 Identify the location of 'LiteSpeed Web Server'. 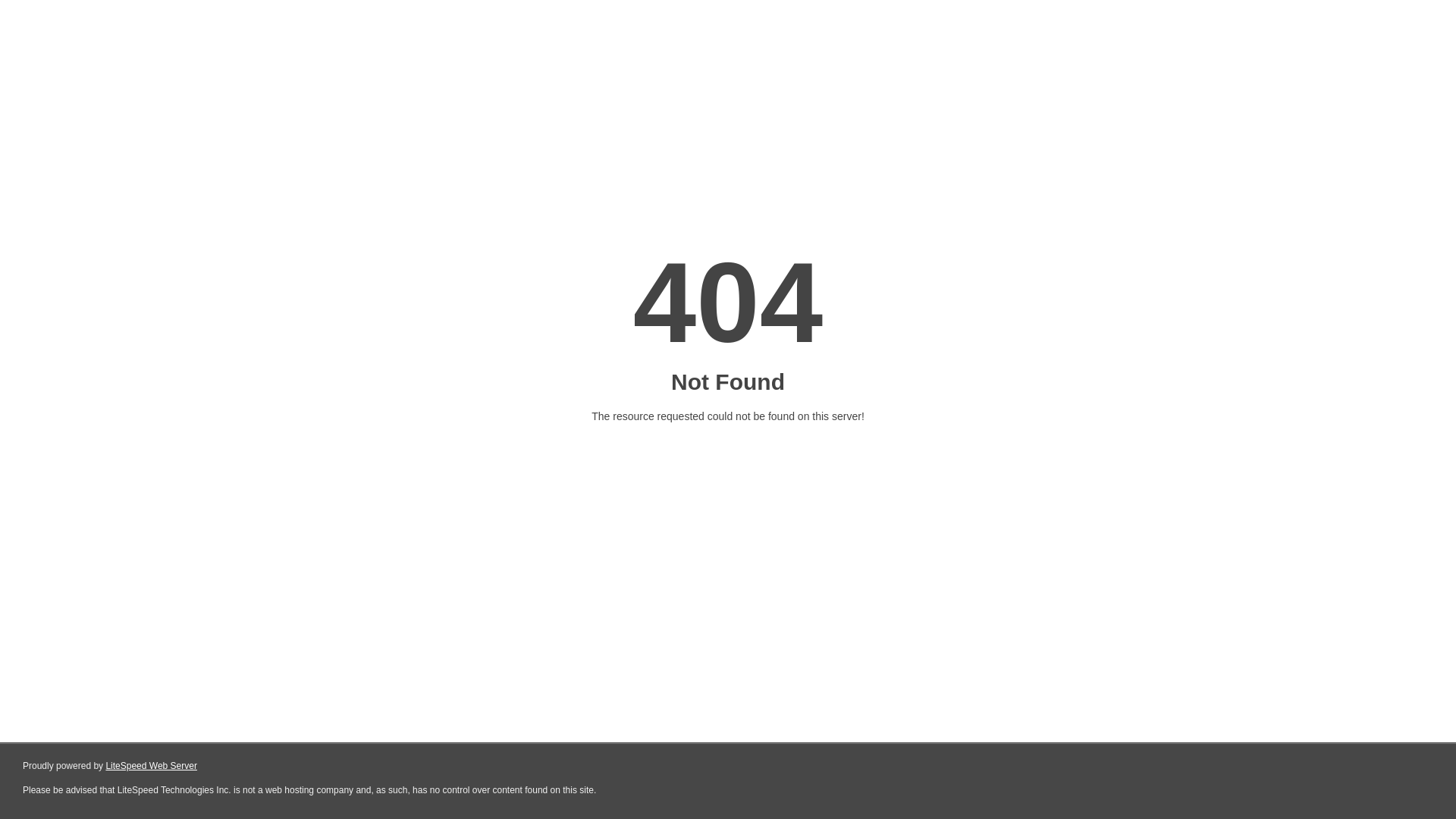
(151, 766).